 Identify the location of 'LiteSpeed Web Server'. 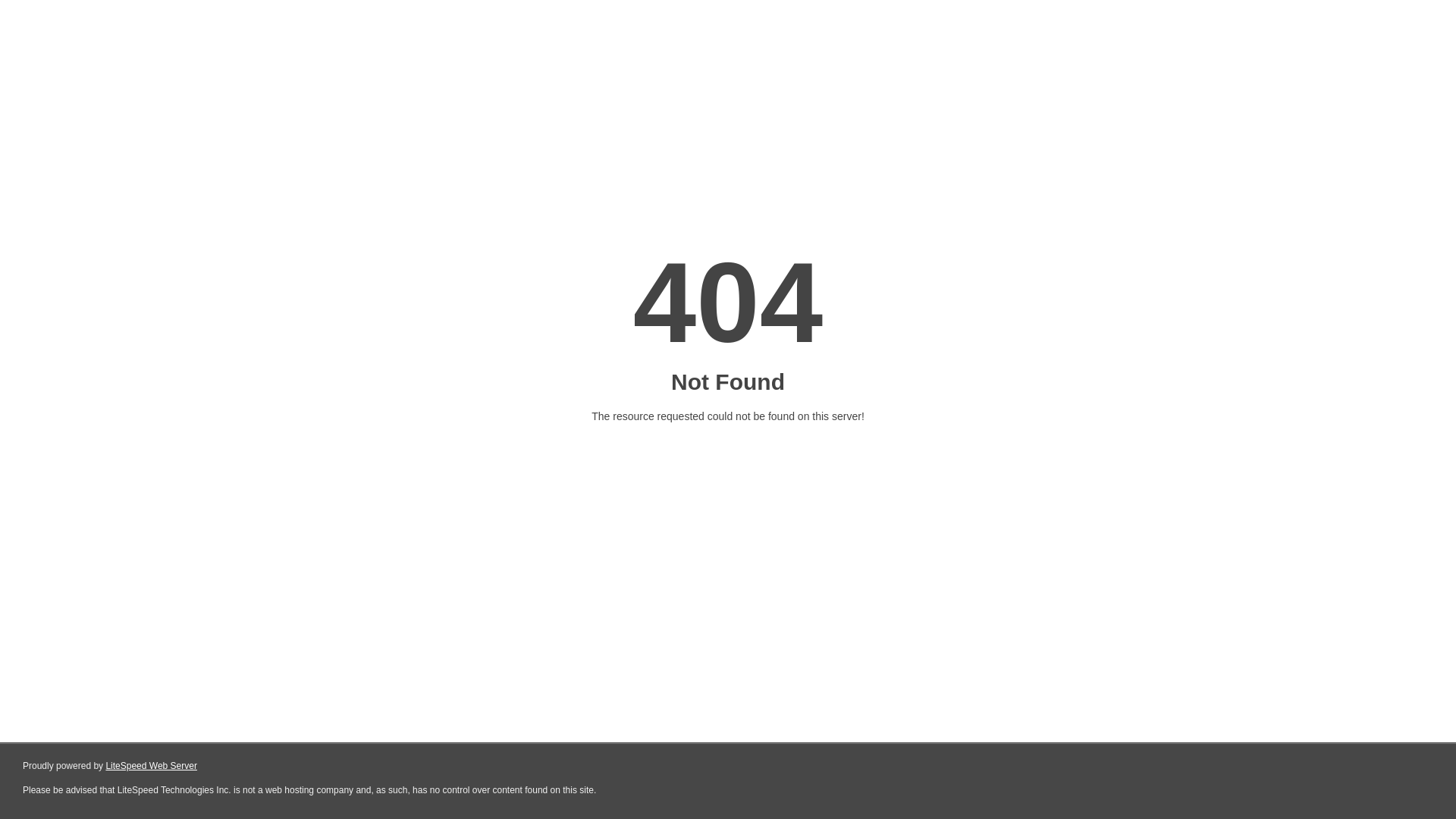
(151, 766).